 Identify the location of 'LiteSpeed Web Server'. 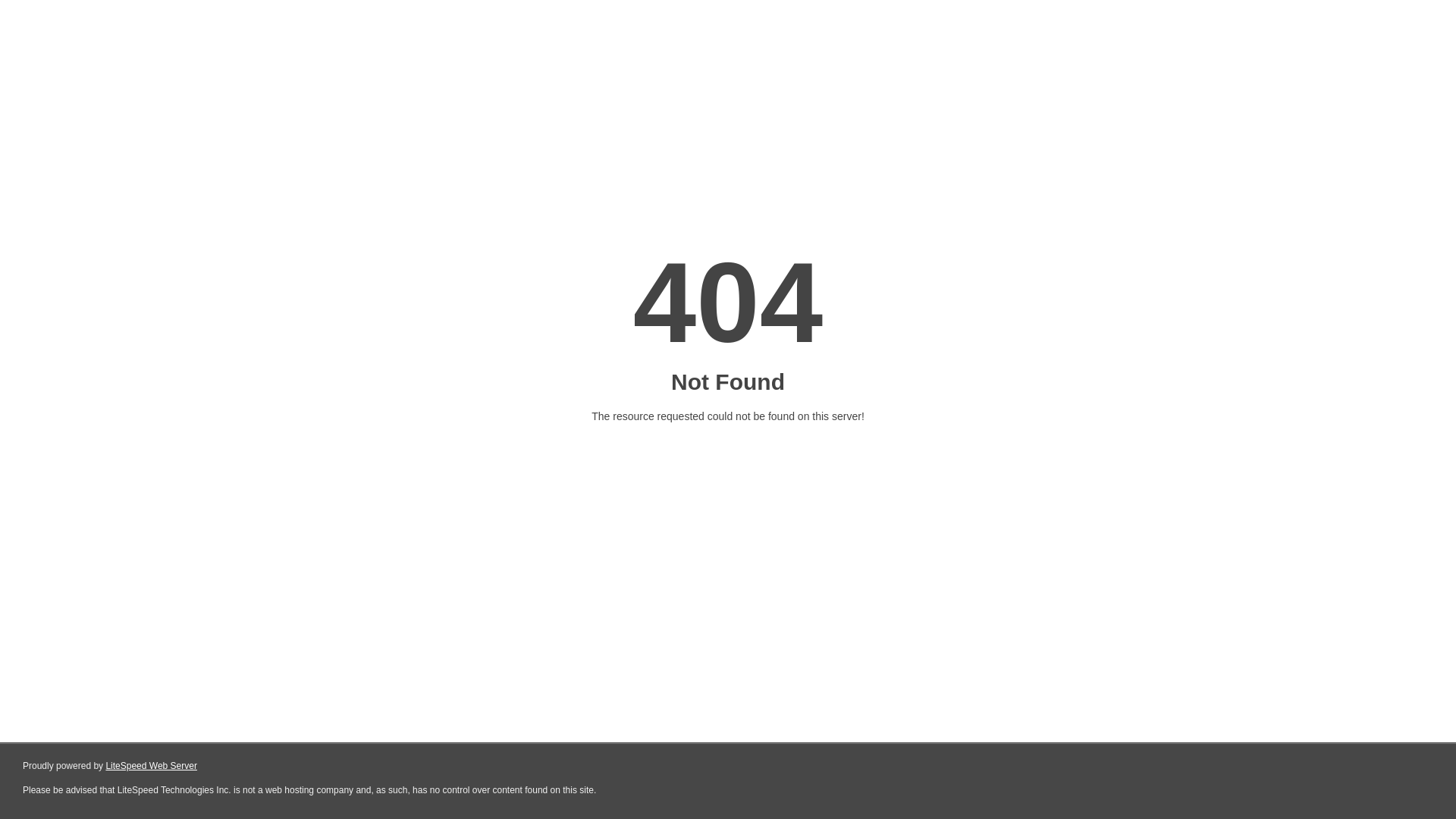
(151, 766).